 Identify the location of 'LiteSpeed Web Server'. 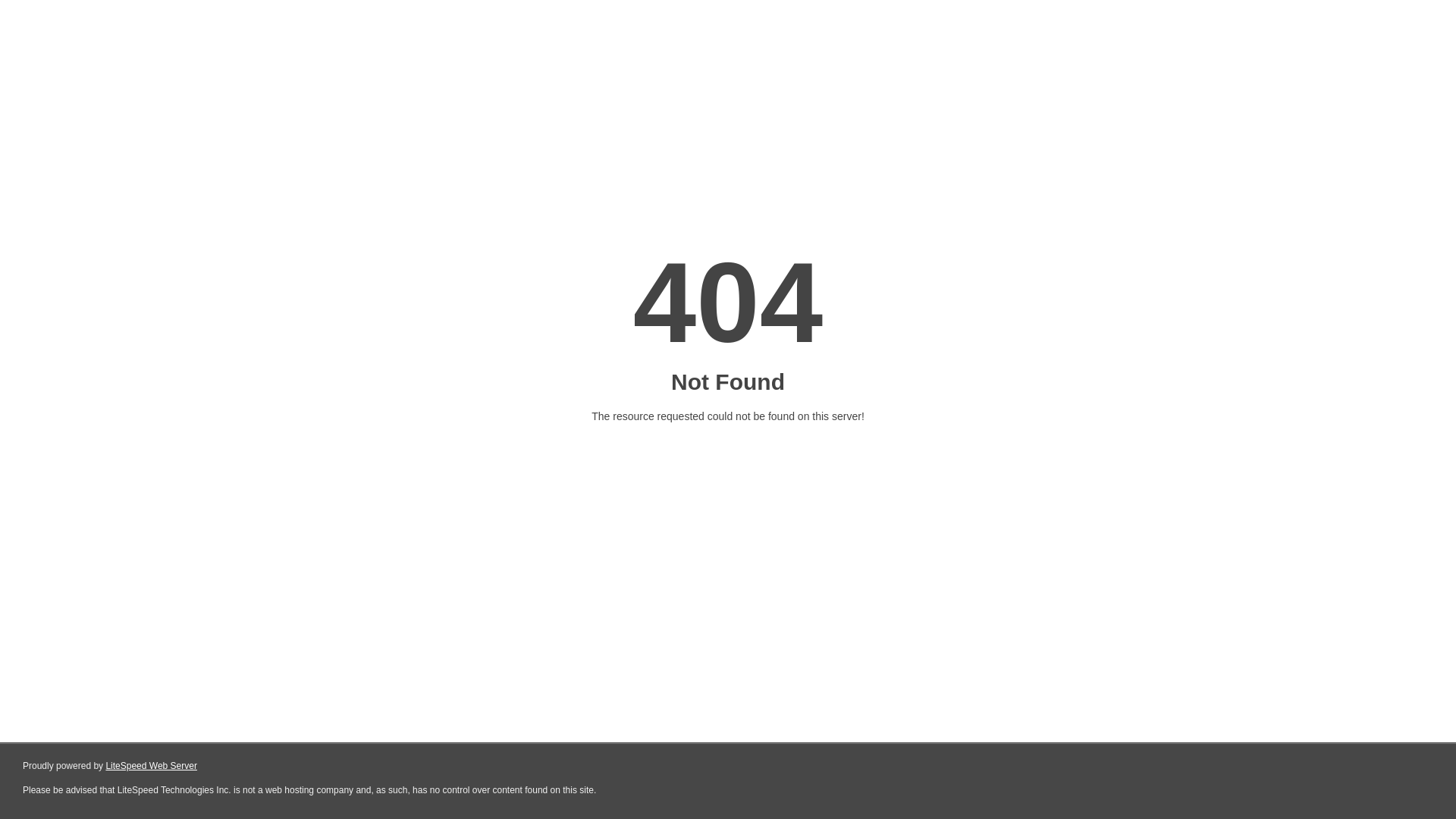
(151, 766).